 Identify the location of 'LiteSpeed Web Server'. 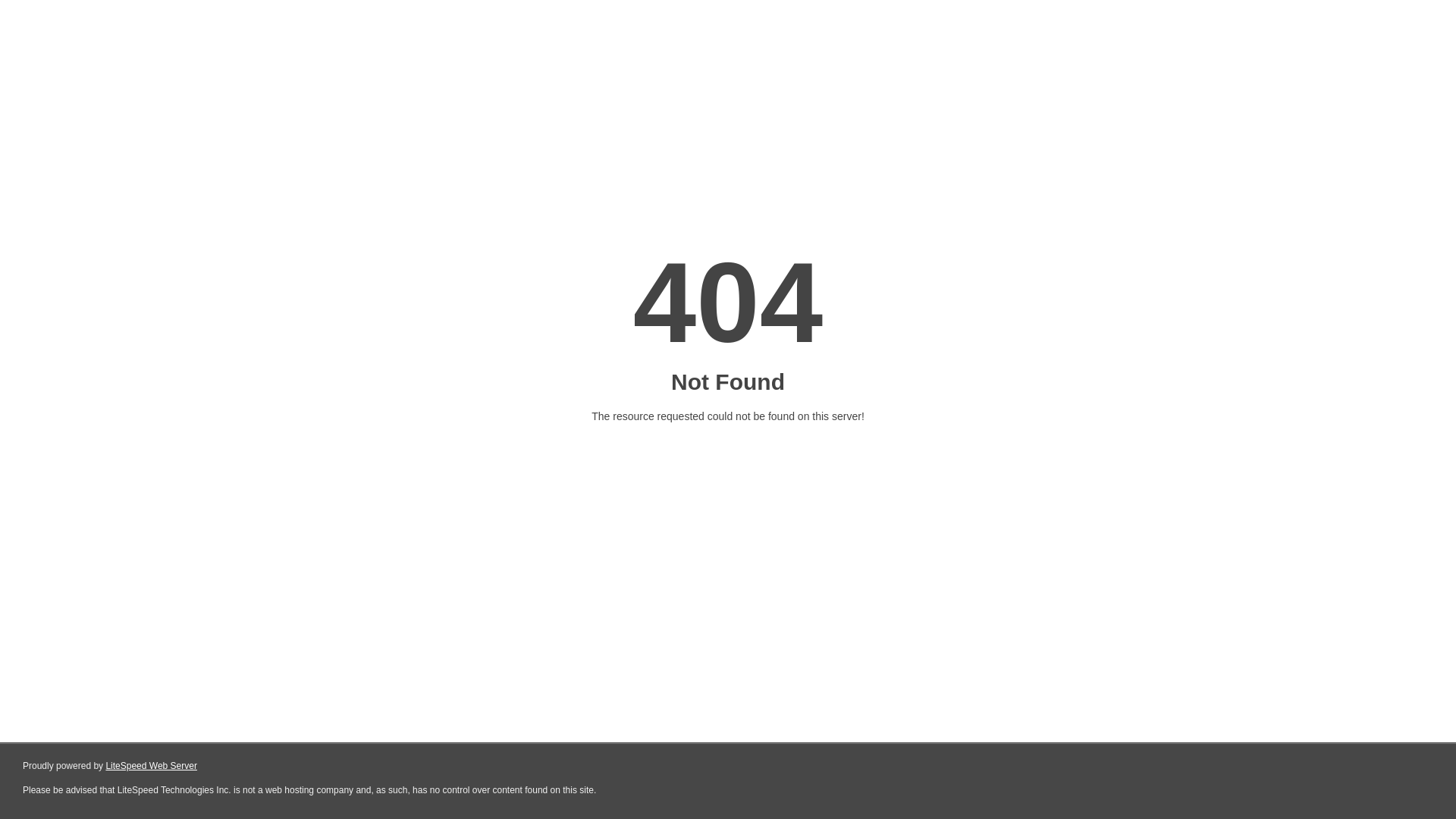
(151, 766).